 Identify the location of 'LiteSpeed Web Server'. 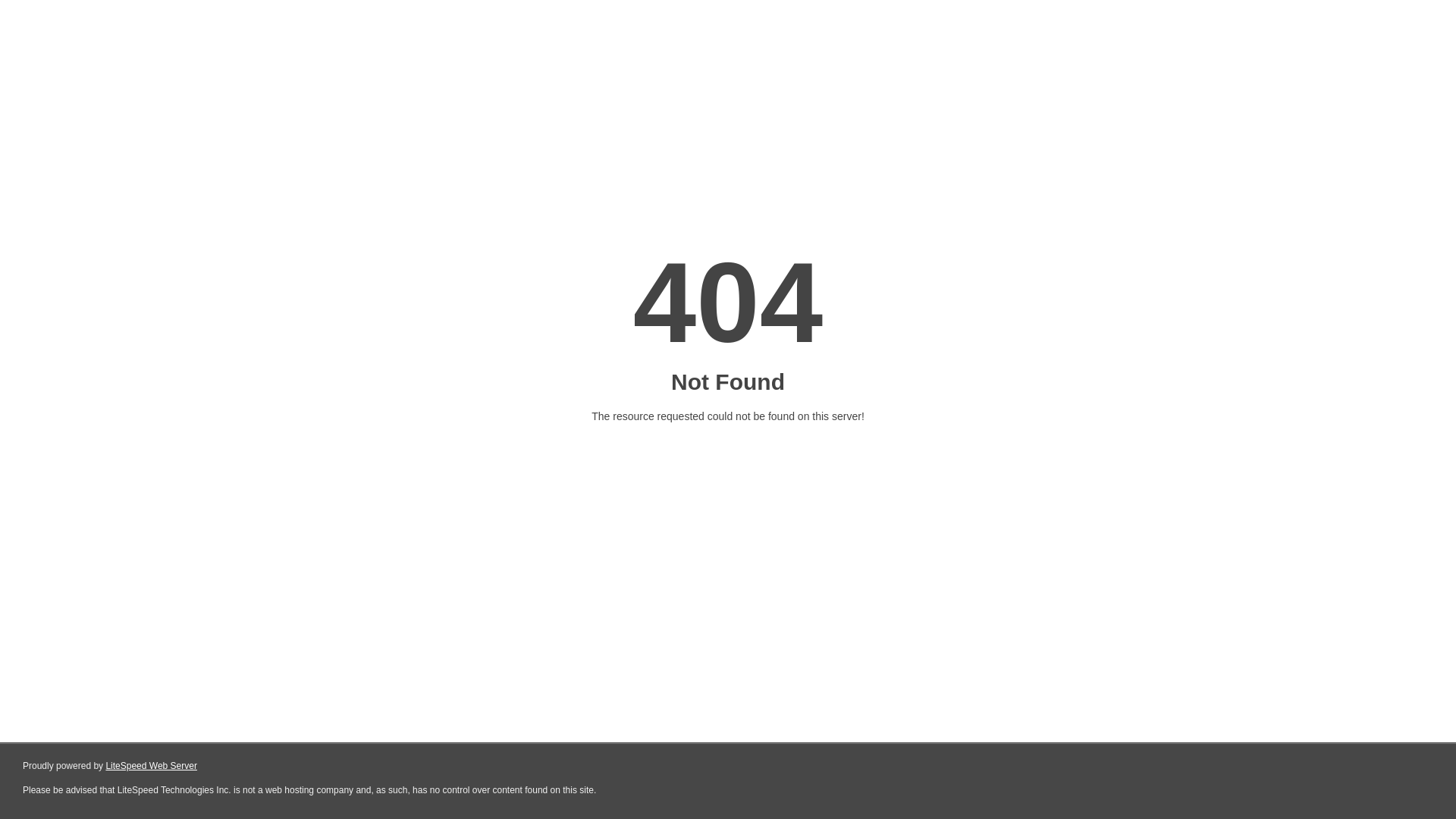
(151, 766).